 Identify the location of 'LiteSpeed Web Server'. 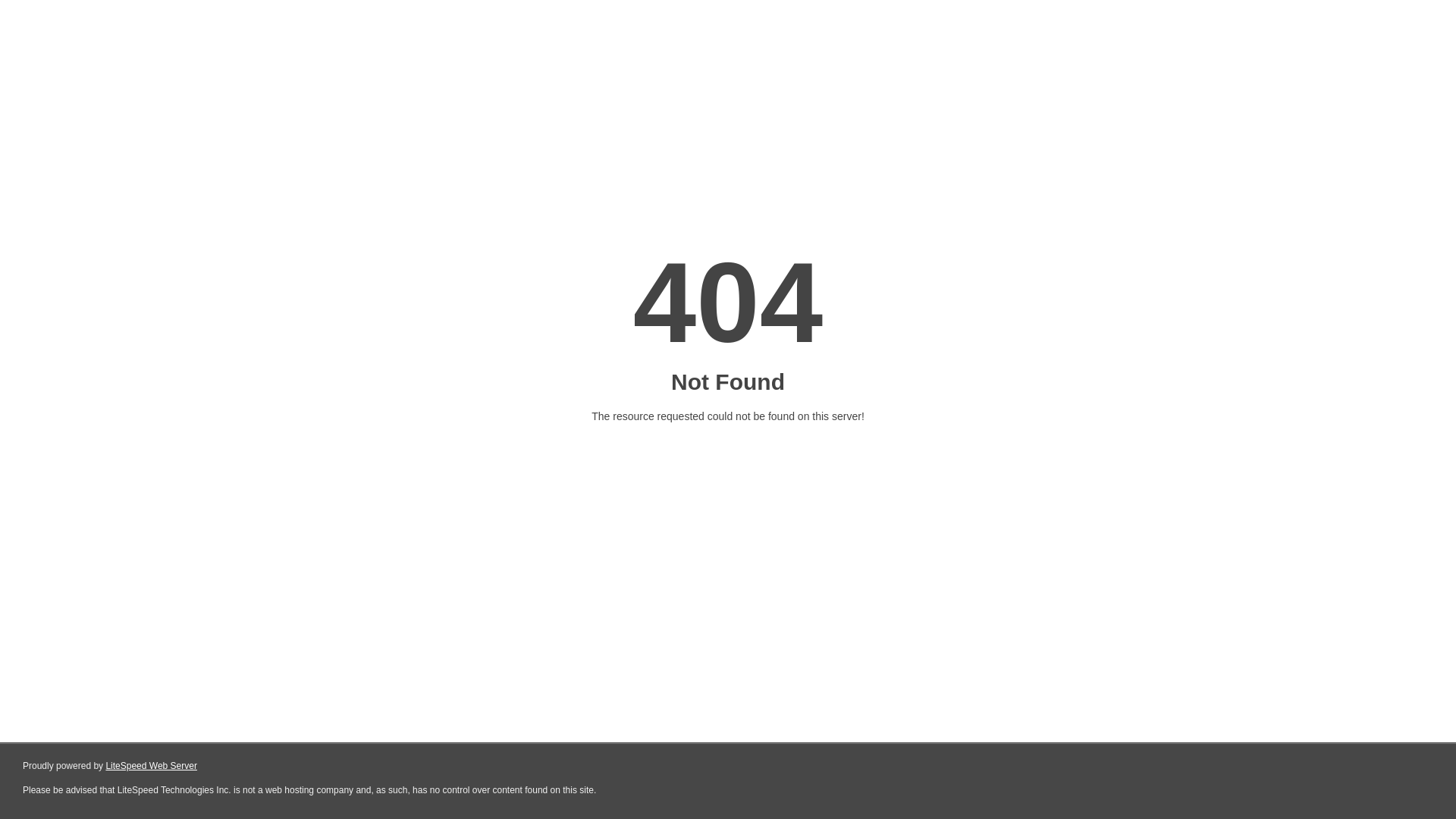
(151, 766).